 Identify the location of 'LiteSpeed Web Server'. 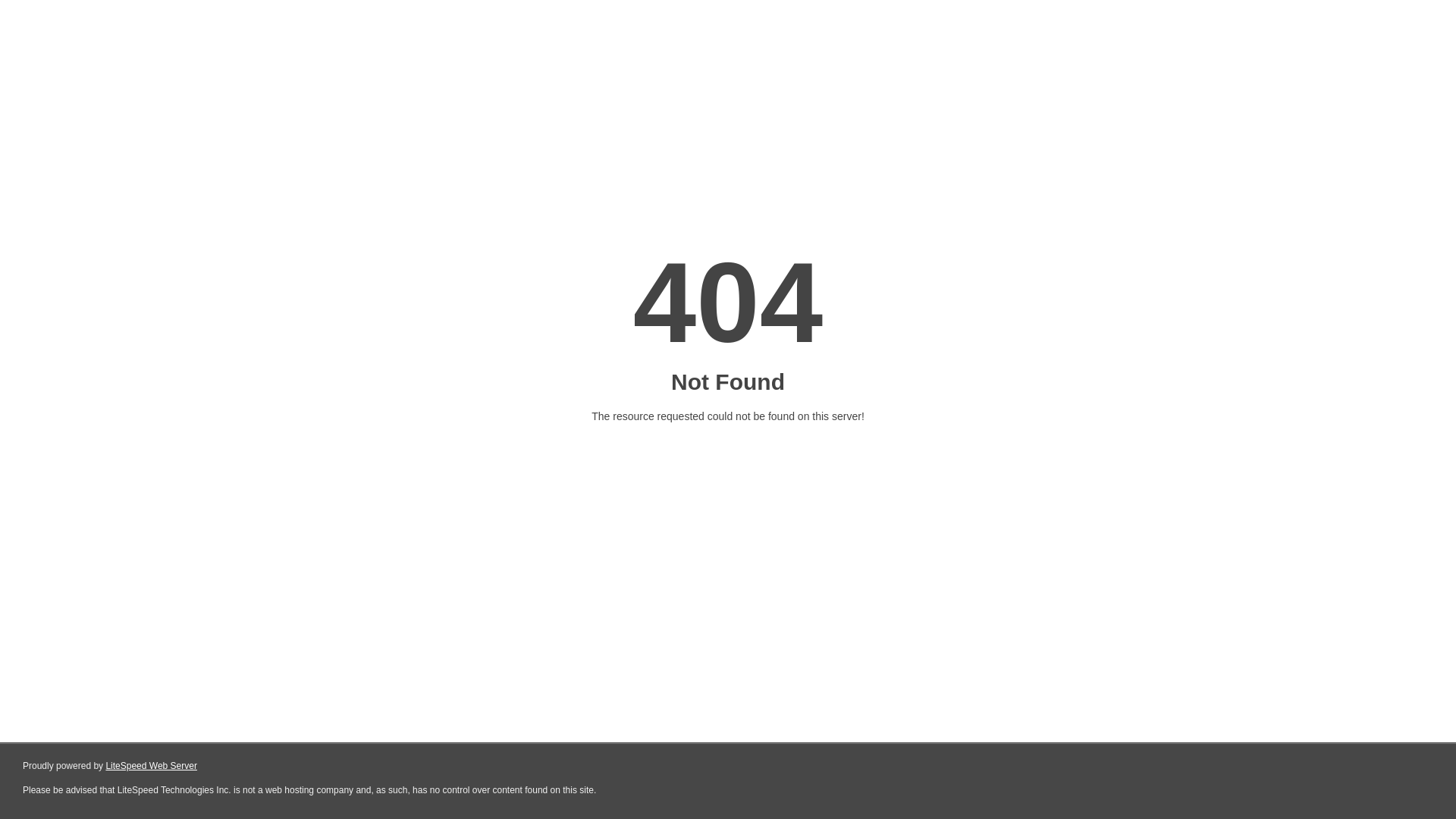
(151, 766).